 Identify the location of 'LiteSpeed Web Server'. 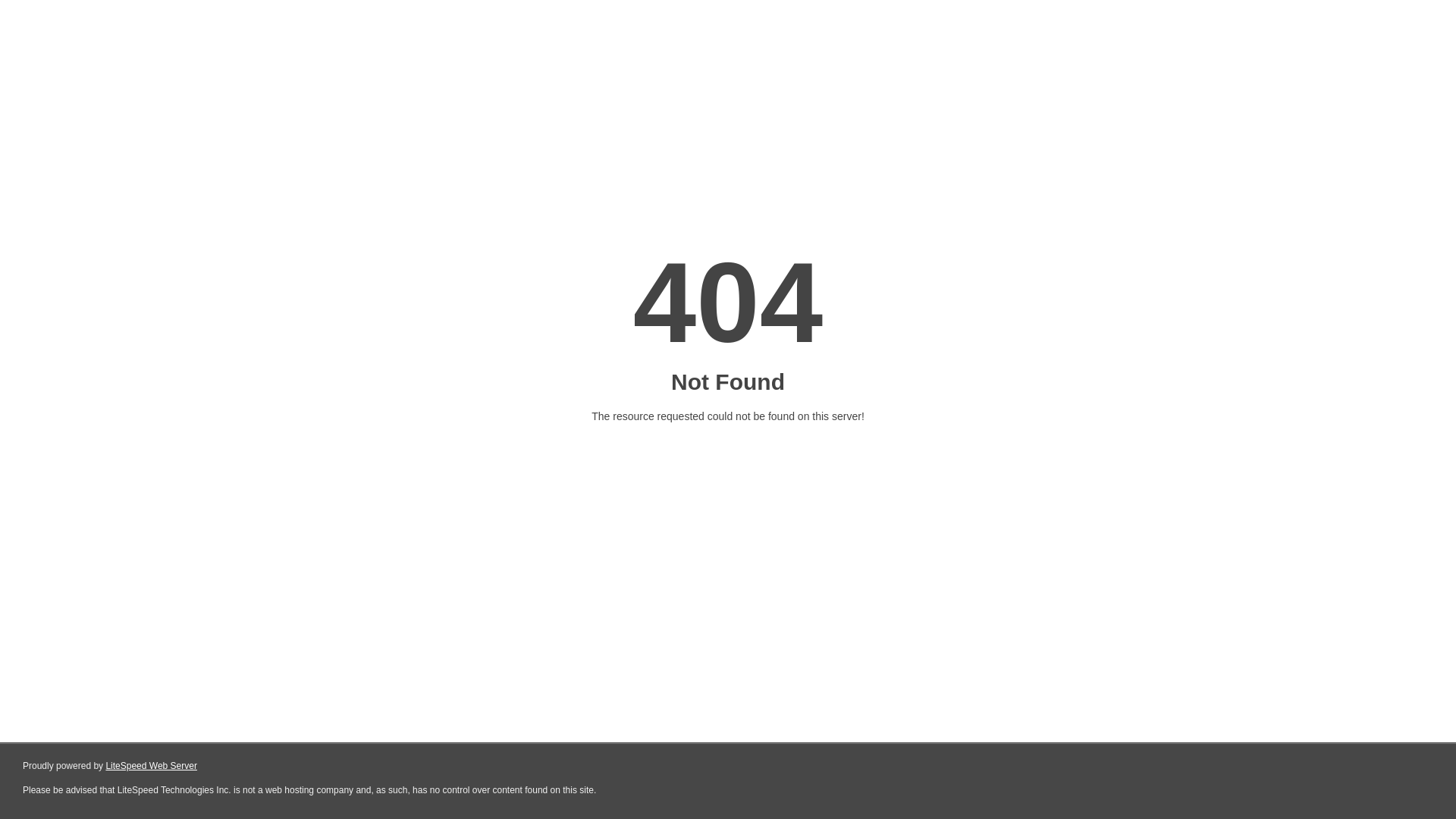
(151, 766).